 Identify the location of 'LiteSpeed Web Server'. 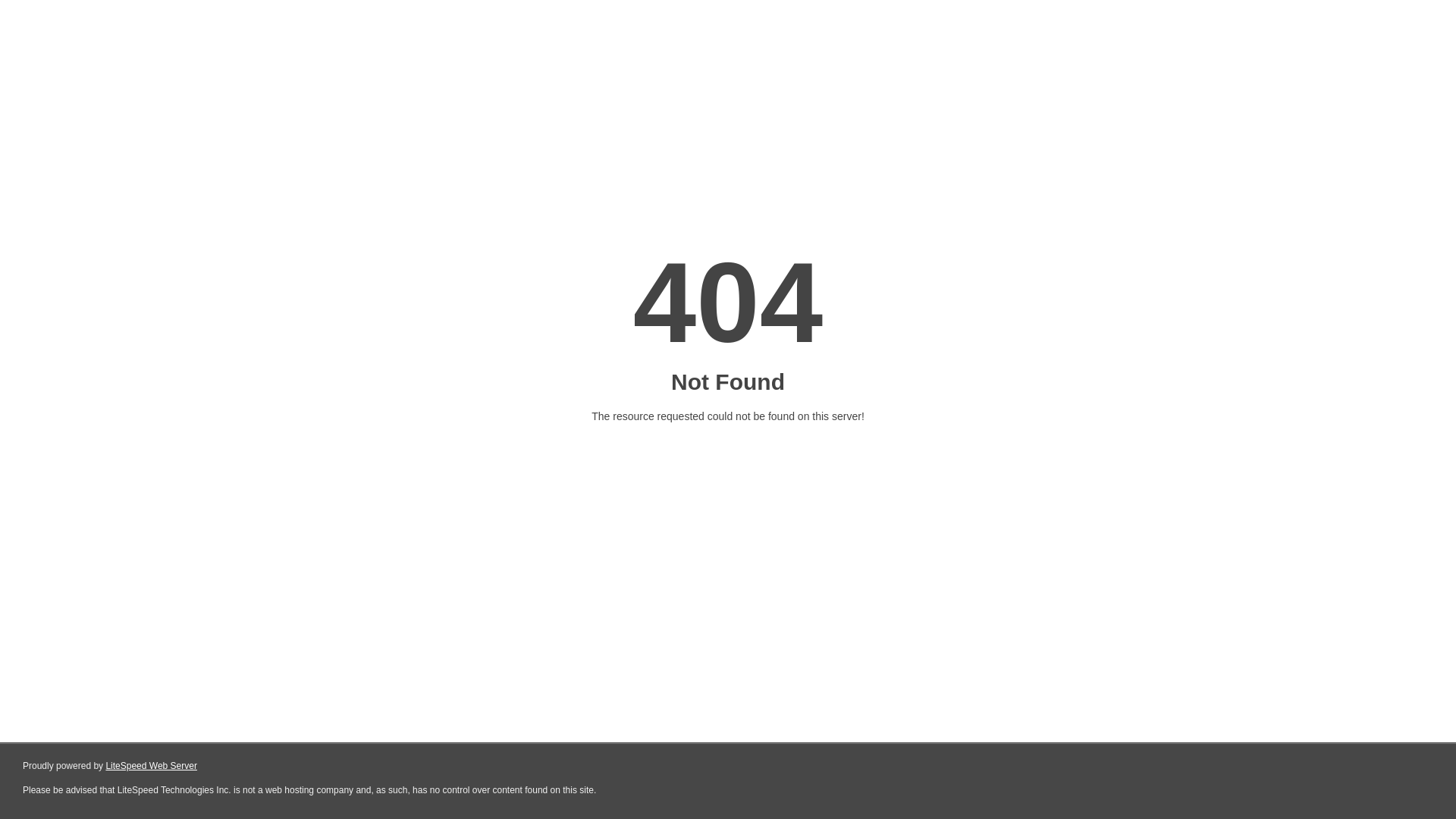
(151, 766).